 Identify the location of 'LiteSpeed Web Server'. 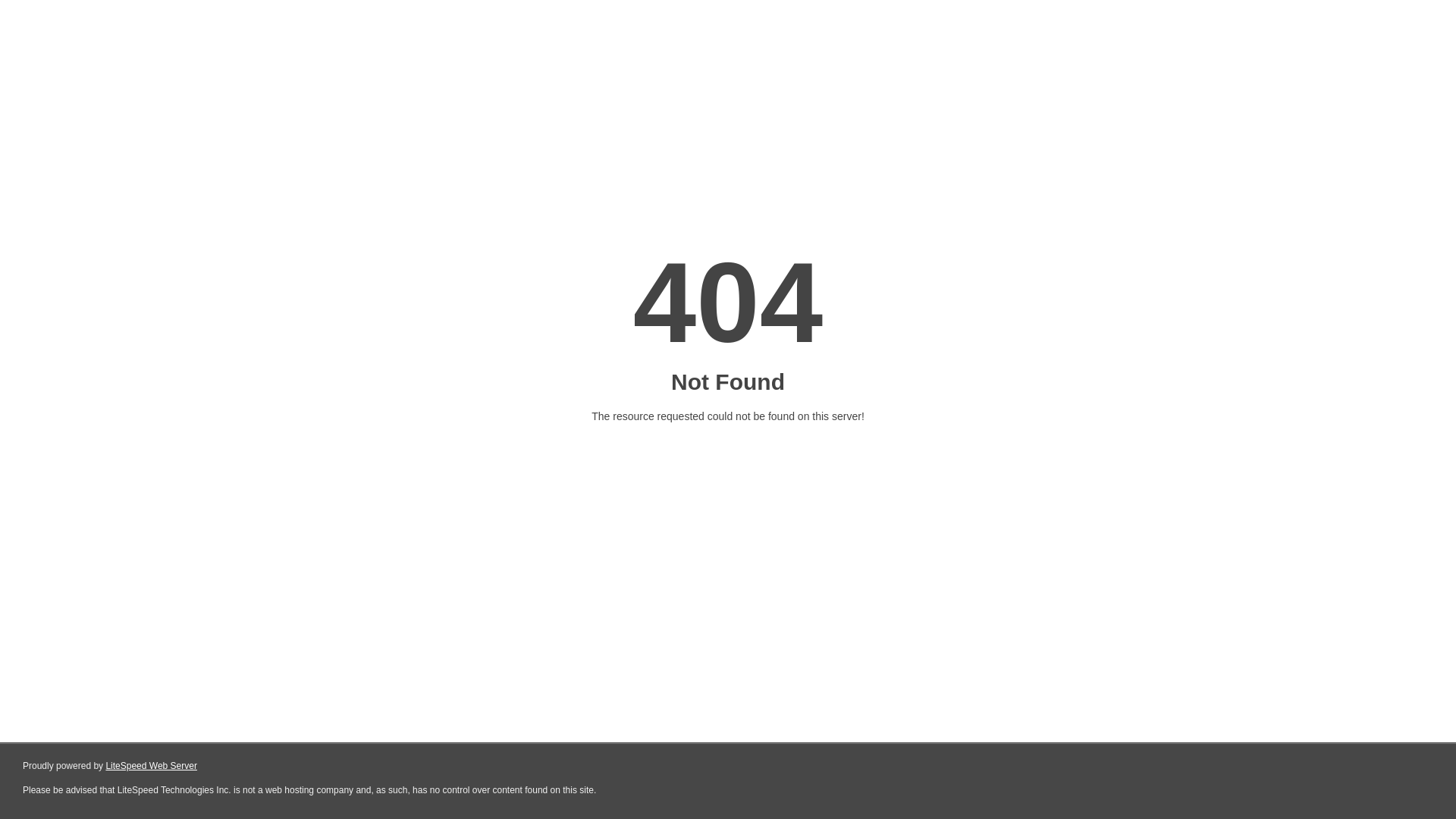
(151, 766).